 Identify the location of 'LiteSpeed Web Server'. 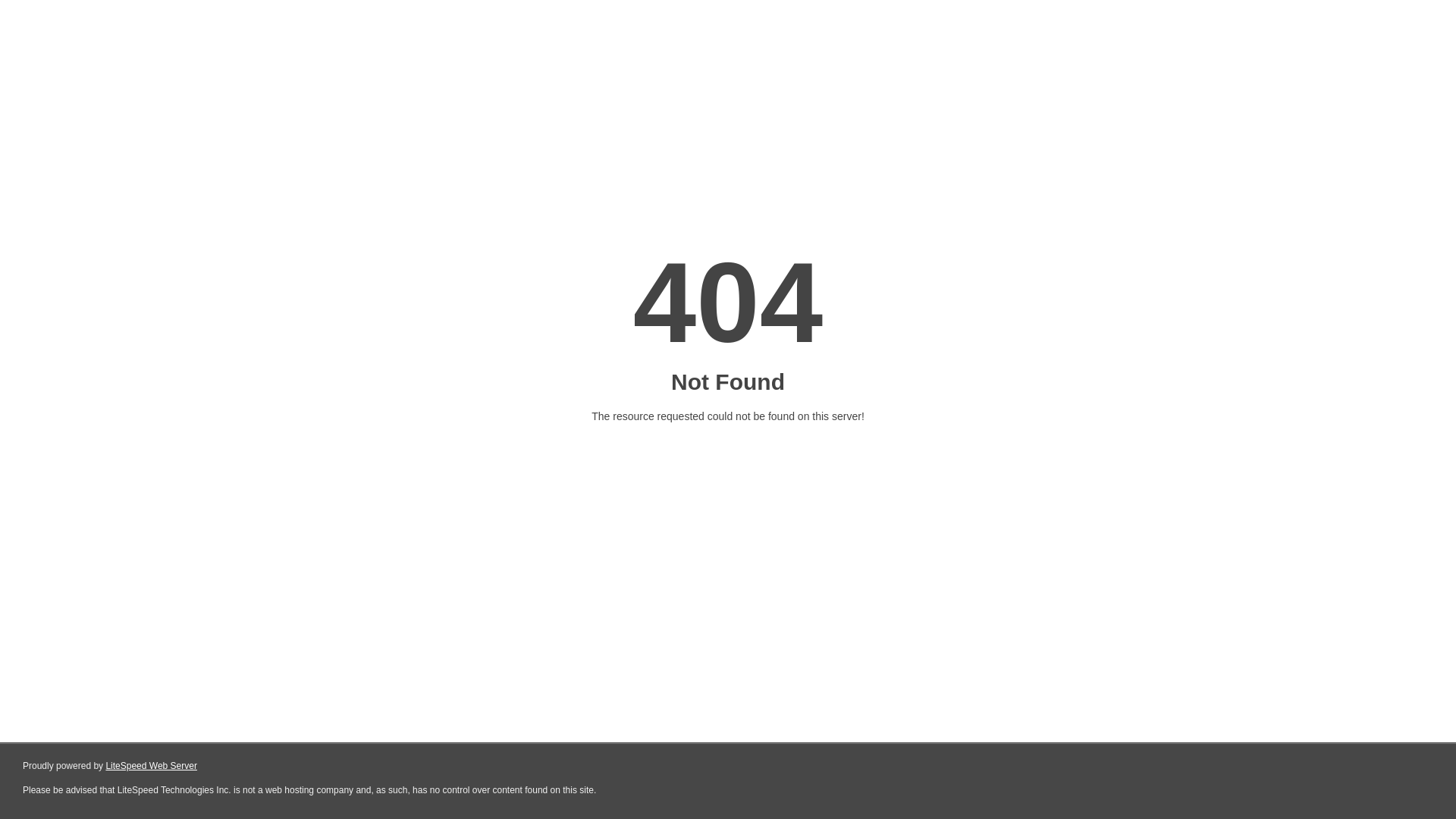
(151, 766).